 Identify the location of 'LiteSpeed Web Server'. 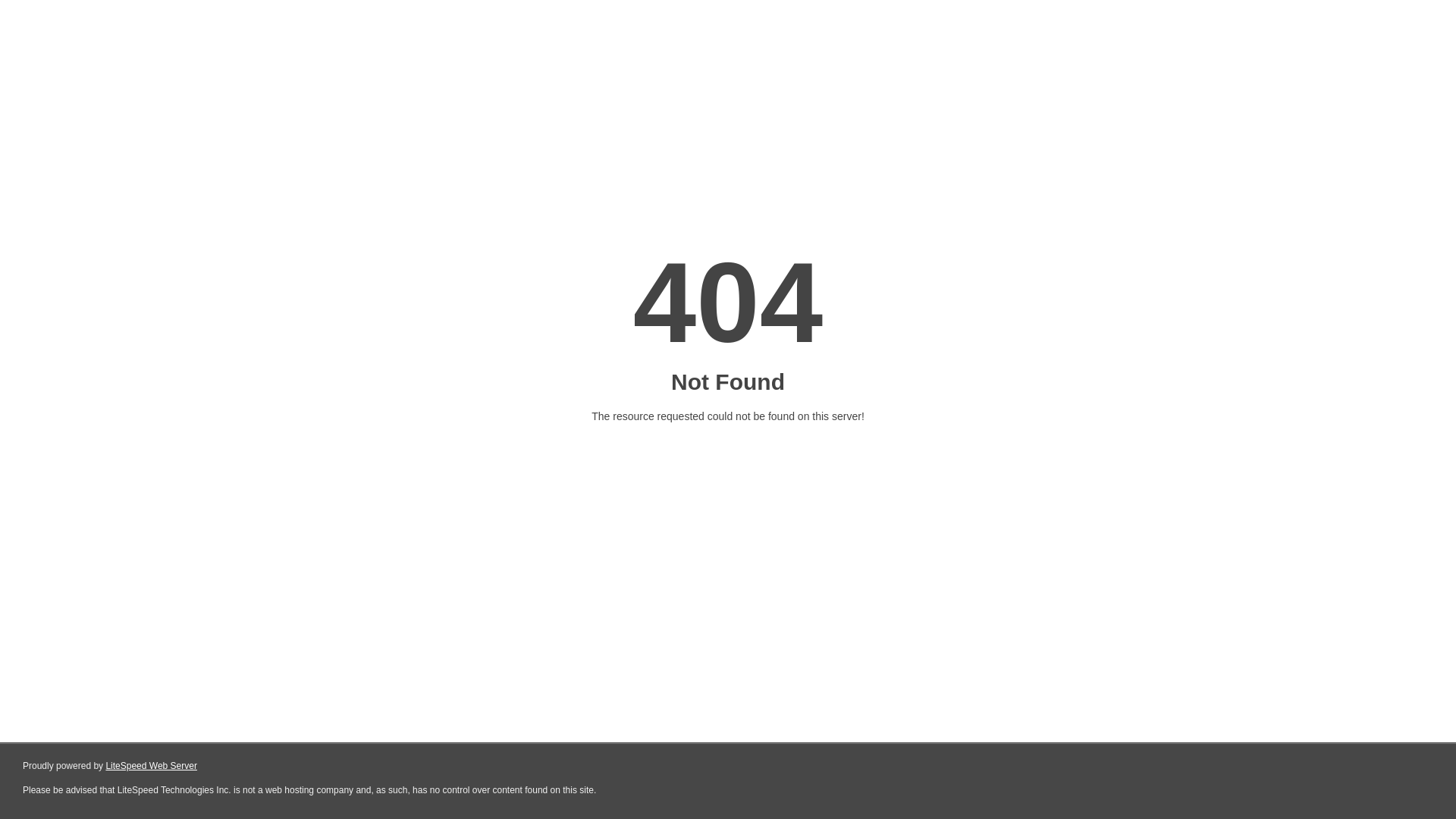
(151, 766).